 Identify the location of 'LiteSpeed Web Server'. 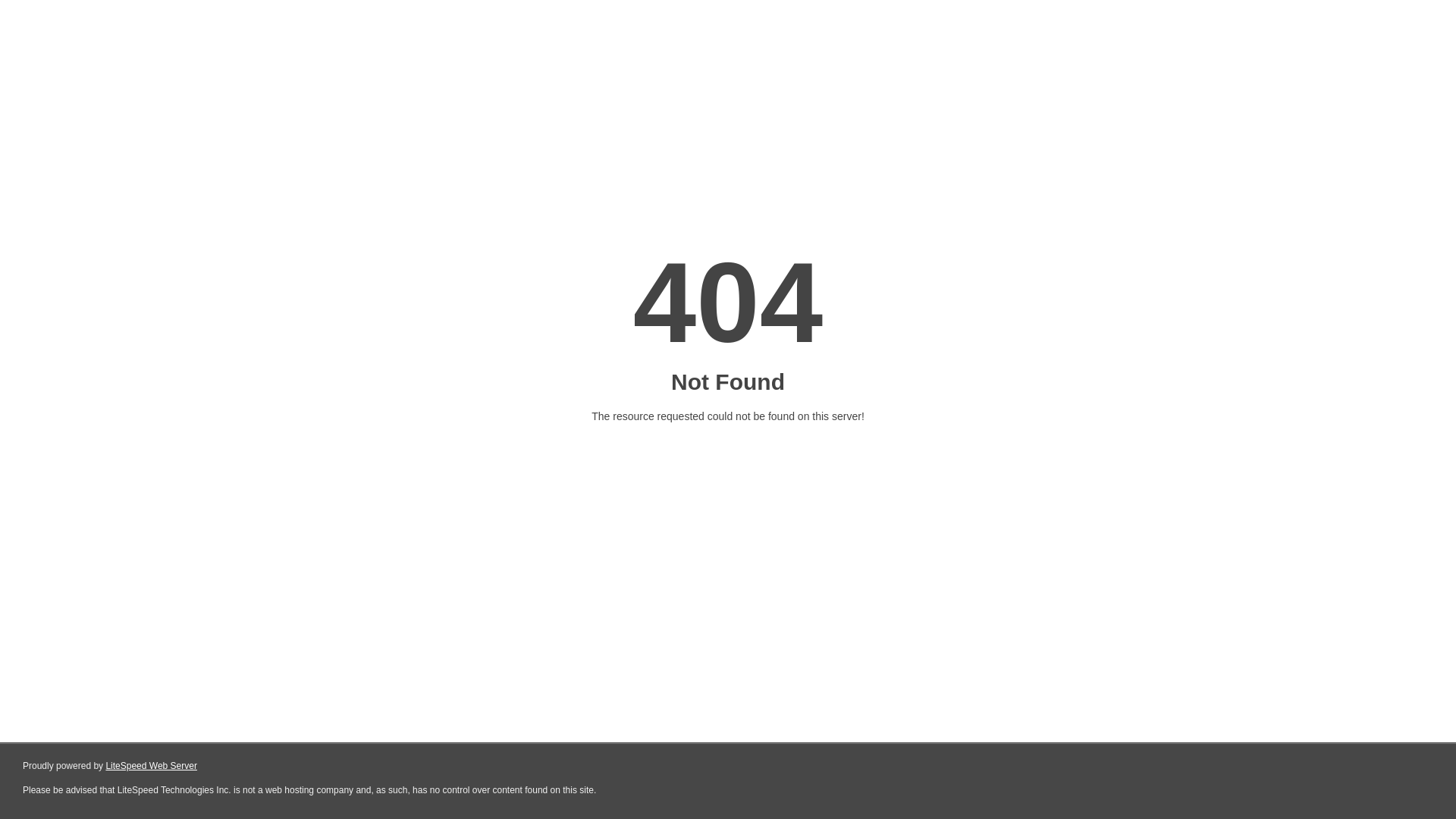
(151, 766).